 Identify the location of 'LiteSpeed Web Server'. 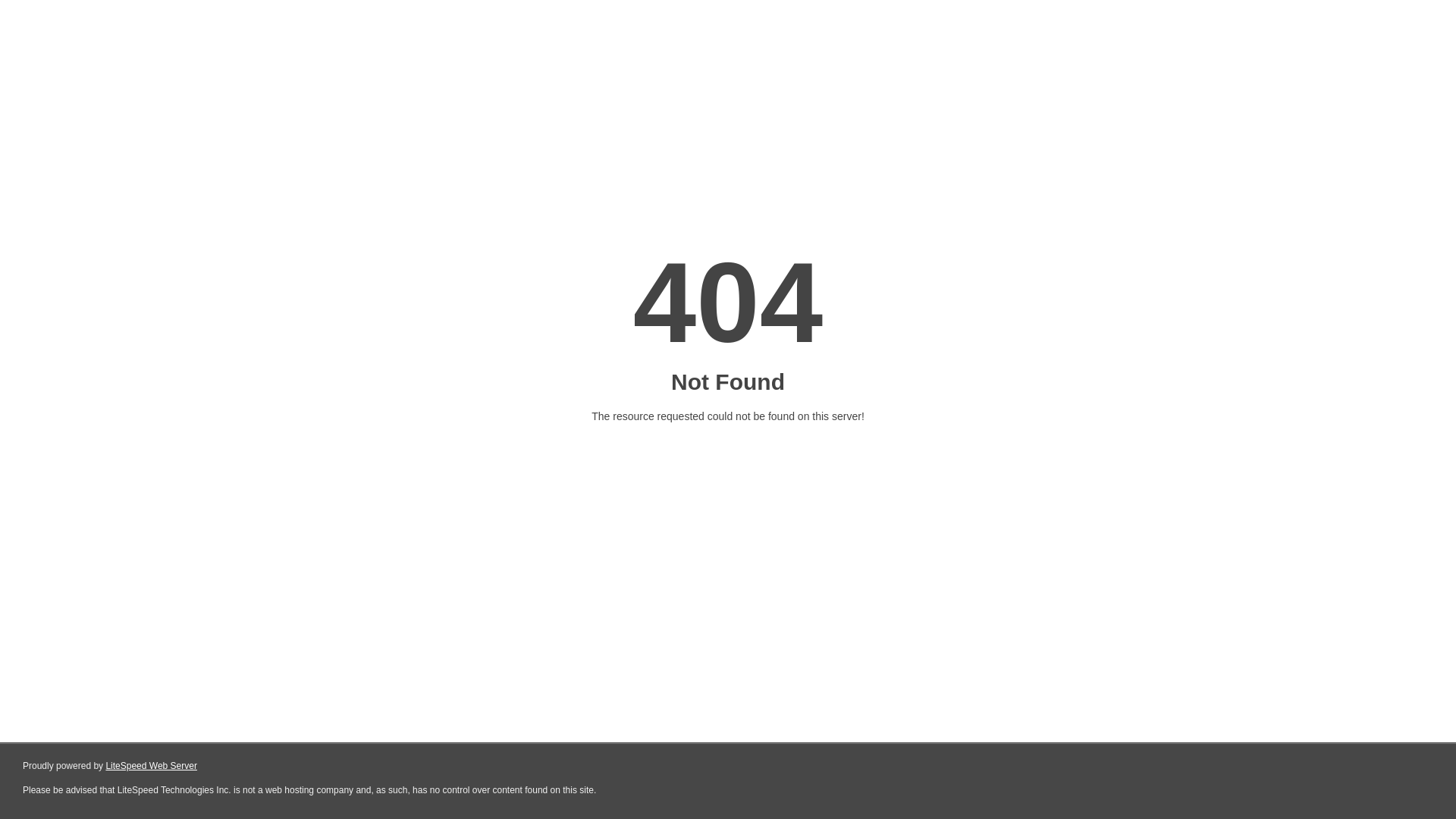
(151, 766).